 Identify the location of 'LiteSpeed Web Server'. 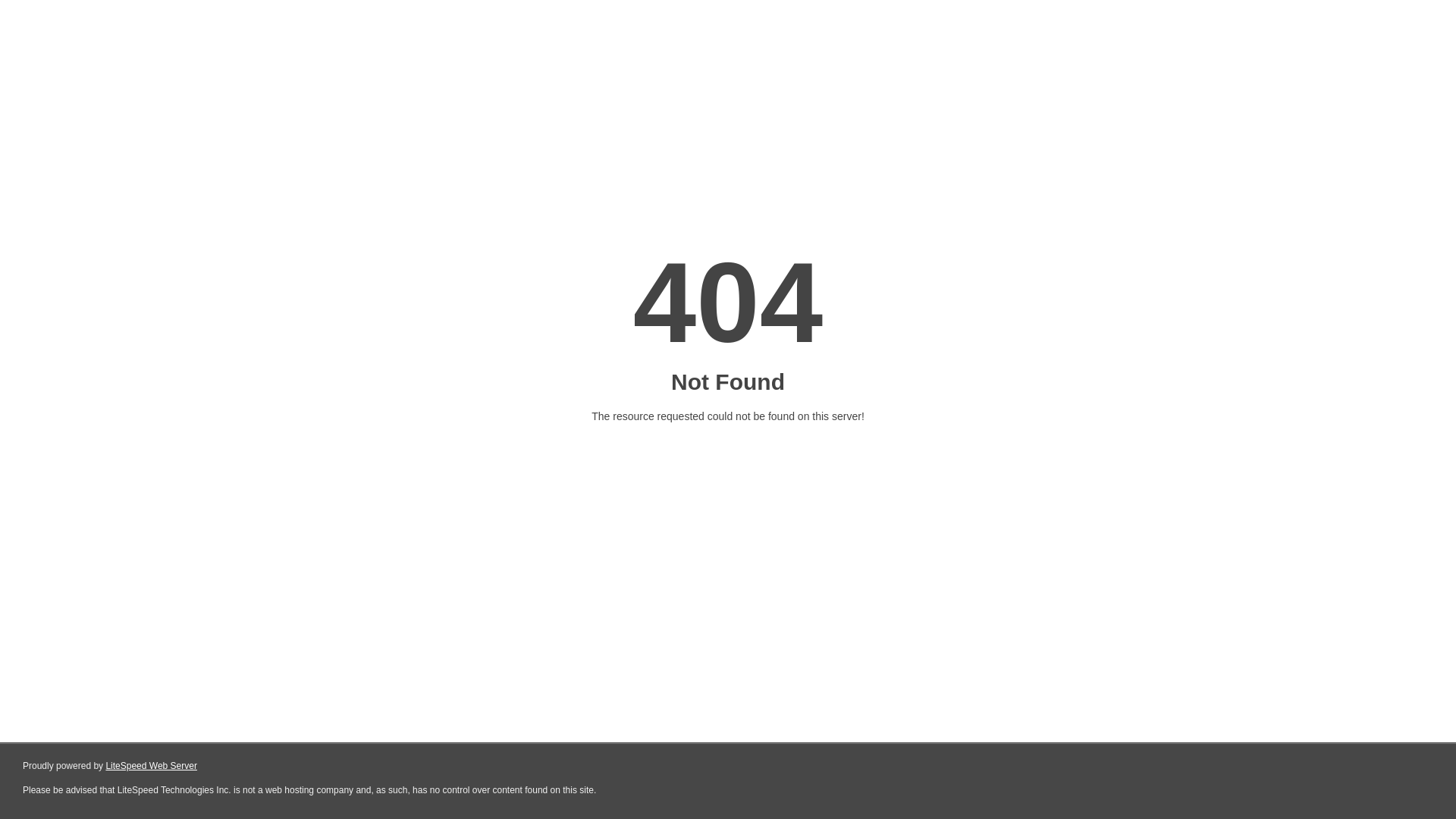
(151, 766).